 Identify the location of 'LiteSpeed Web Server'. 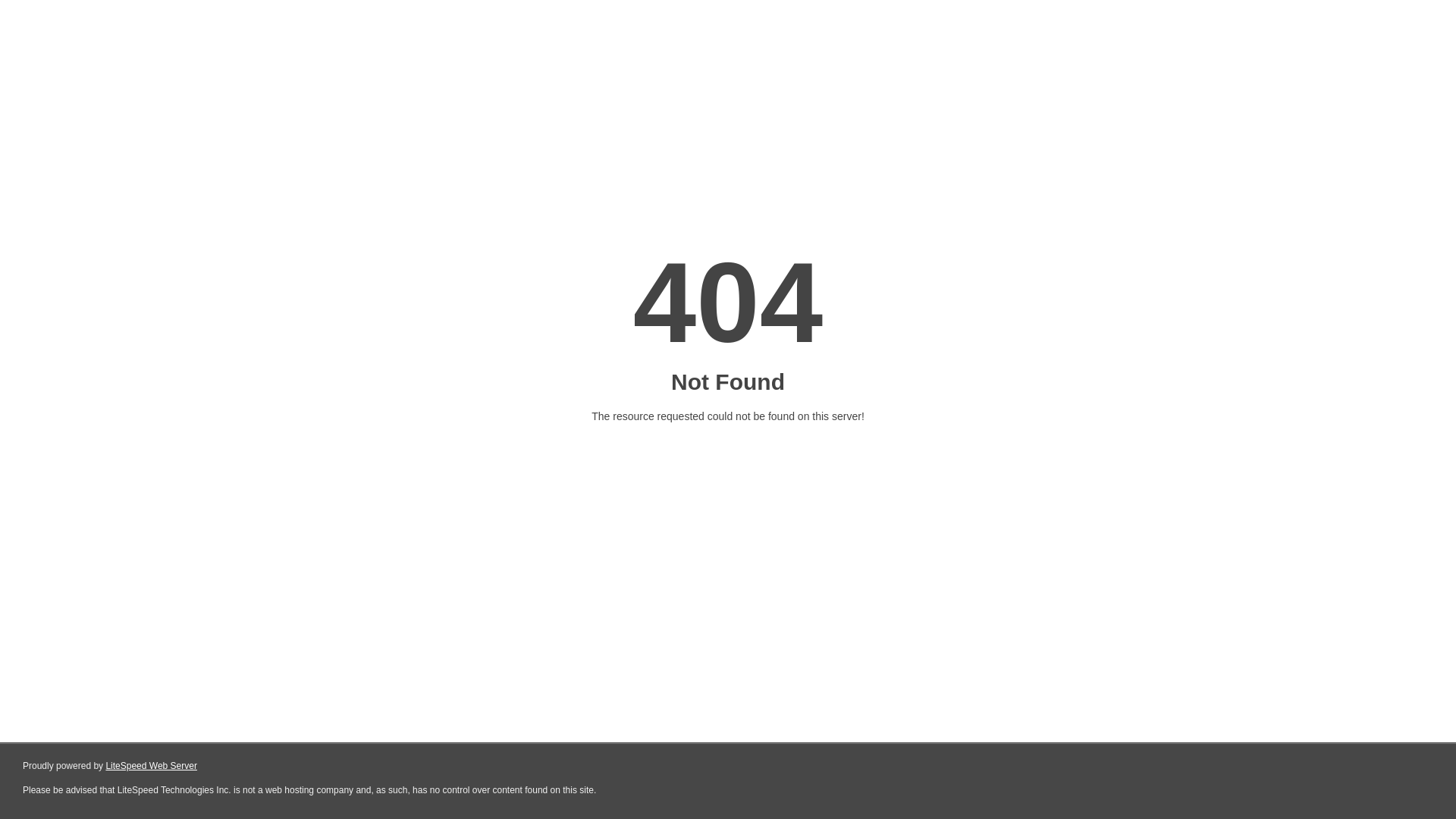
(151, 766).